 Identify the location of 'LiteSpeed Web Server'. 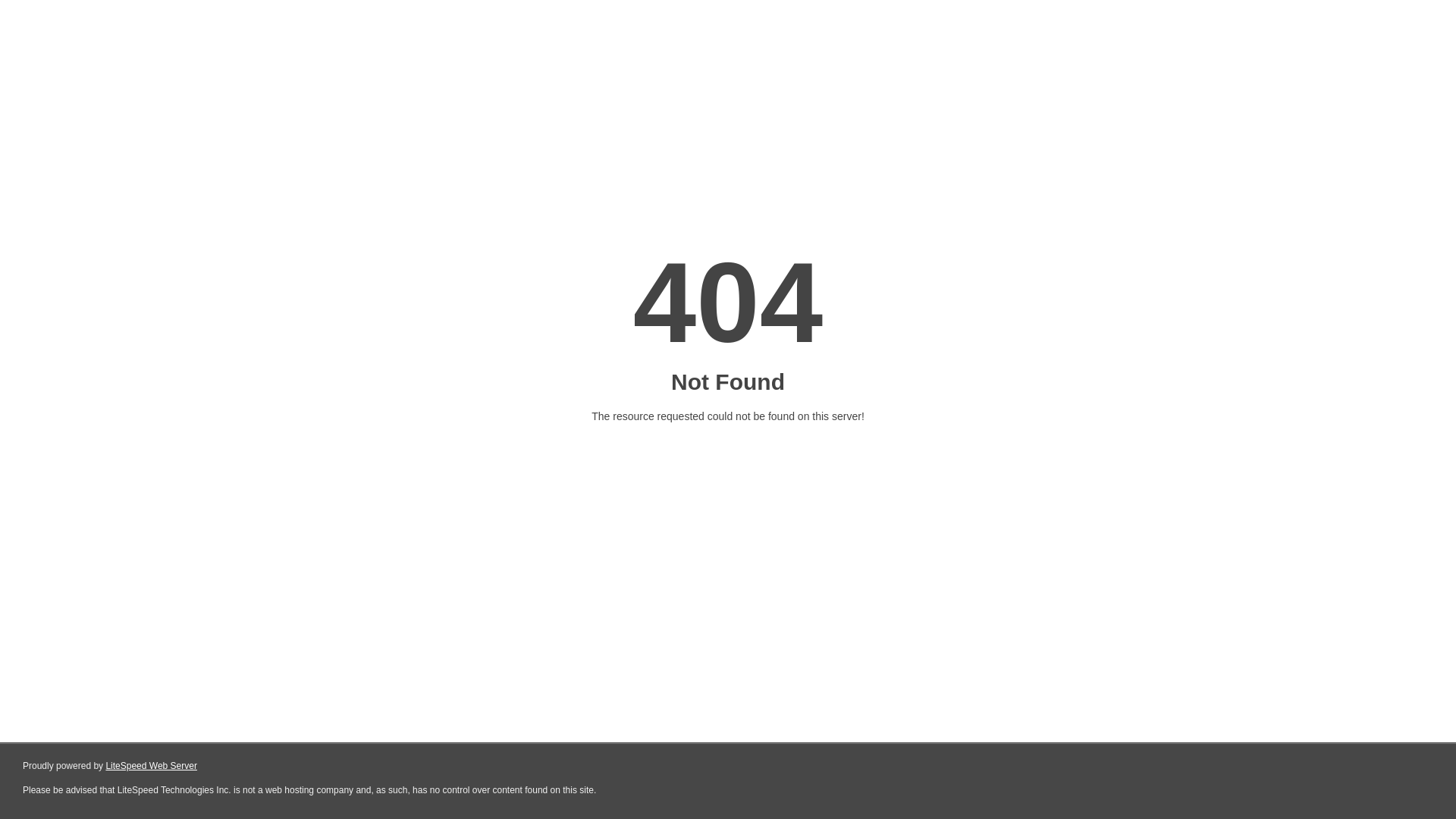
(151, 766).